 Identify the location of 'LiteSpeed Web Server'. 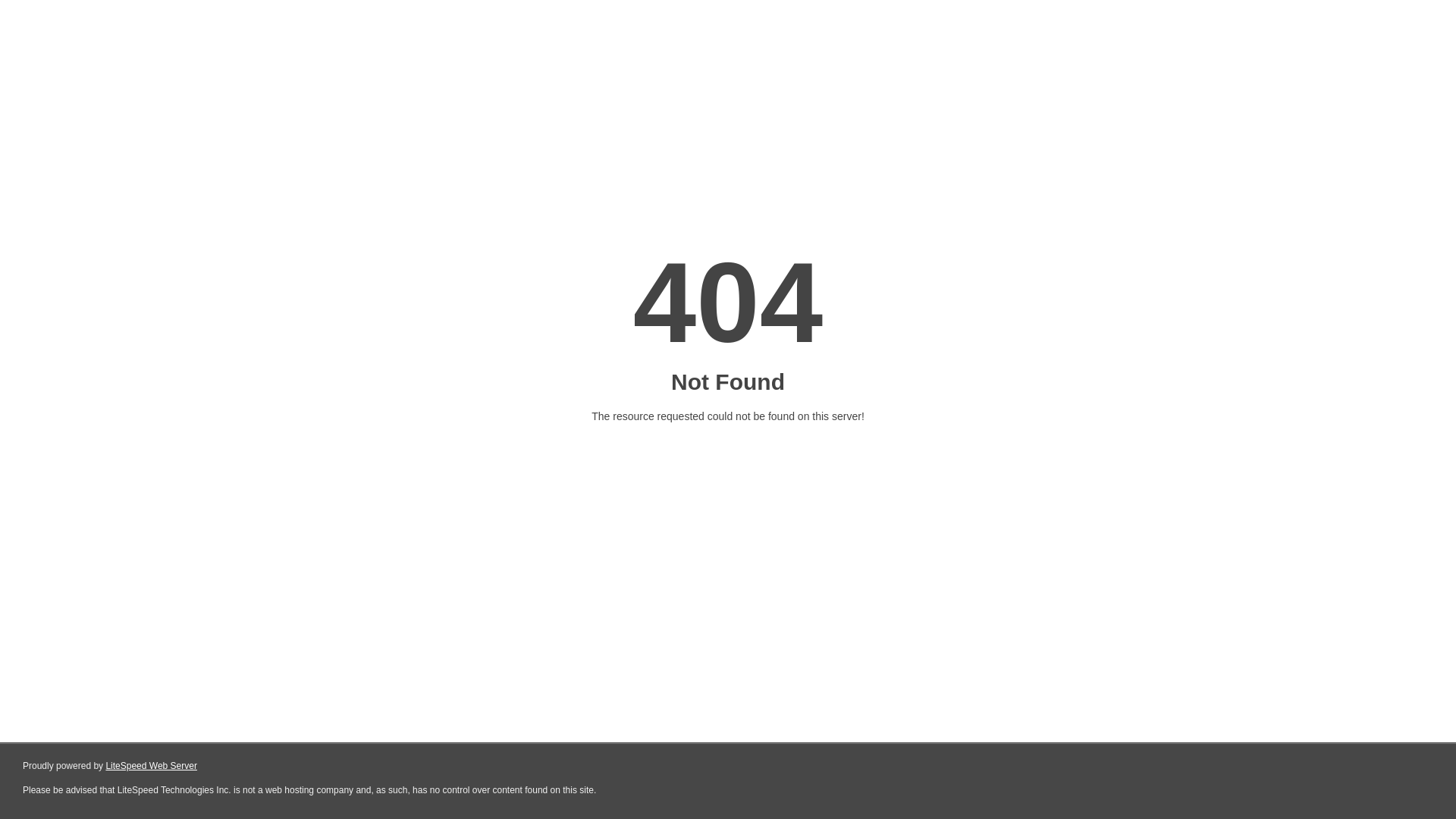
(151, 766).